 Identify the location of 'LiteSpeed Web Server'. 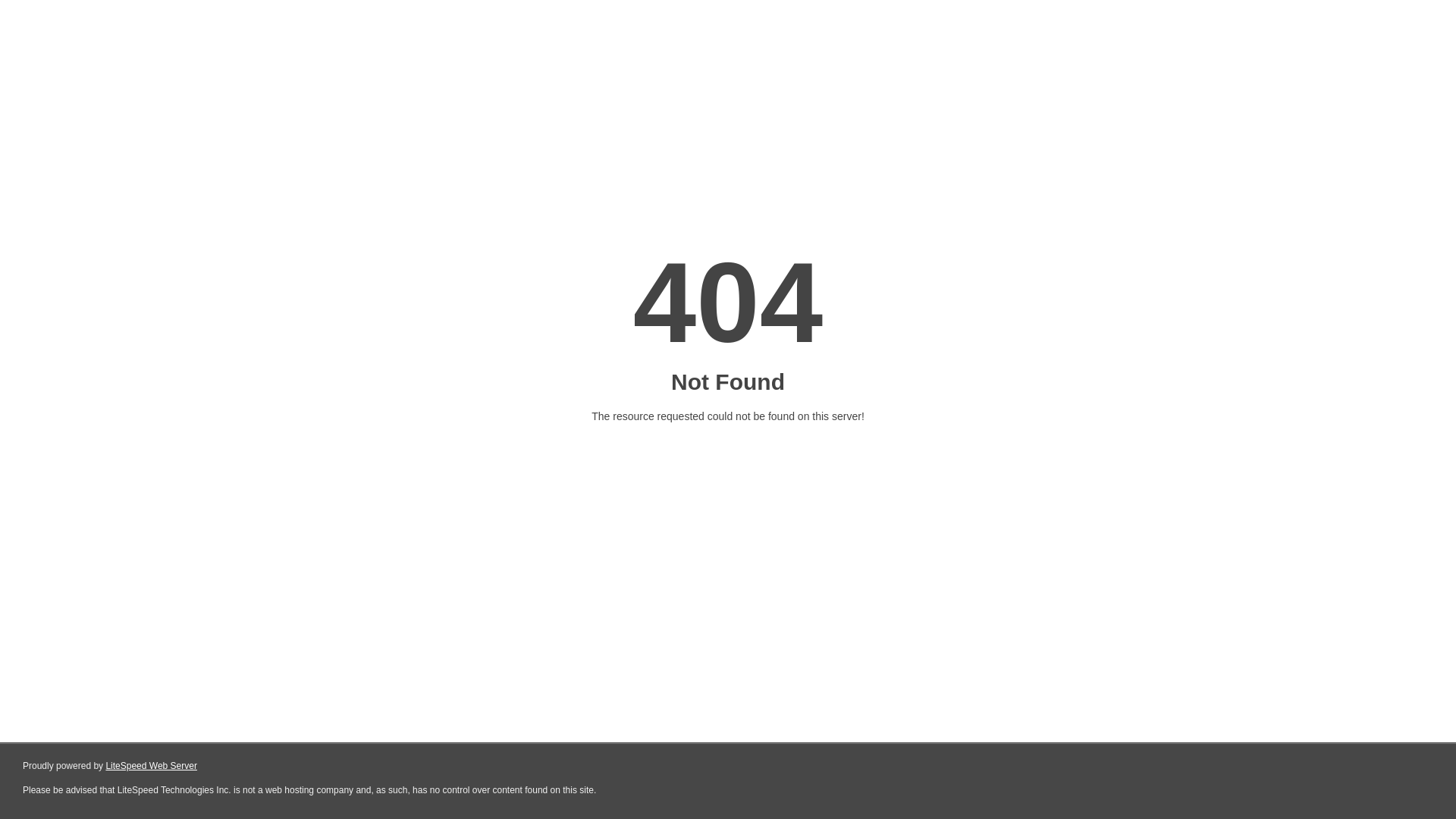
(151, 766).